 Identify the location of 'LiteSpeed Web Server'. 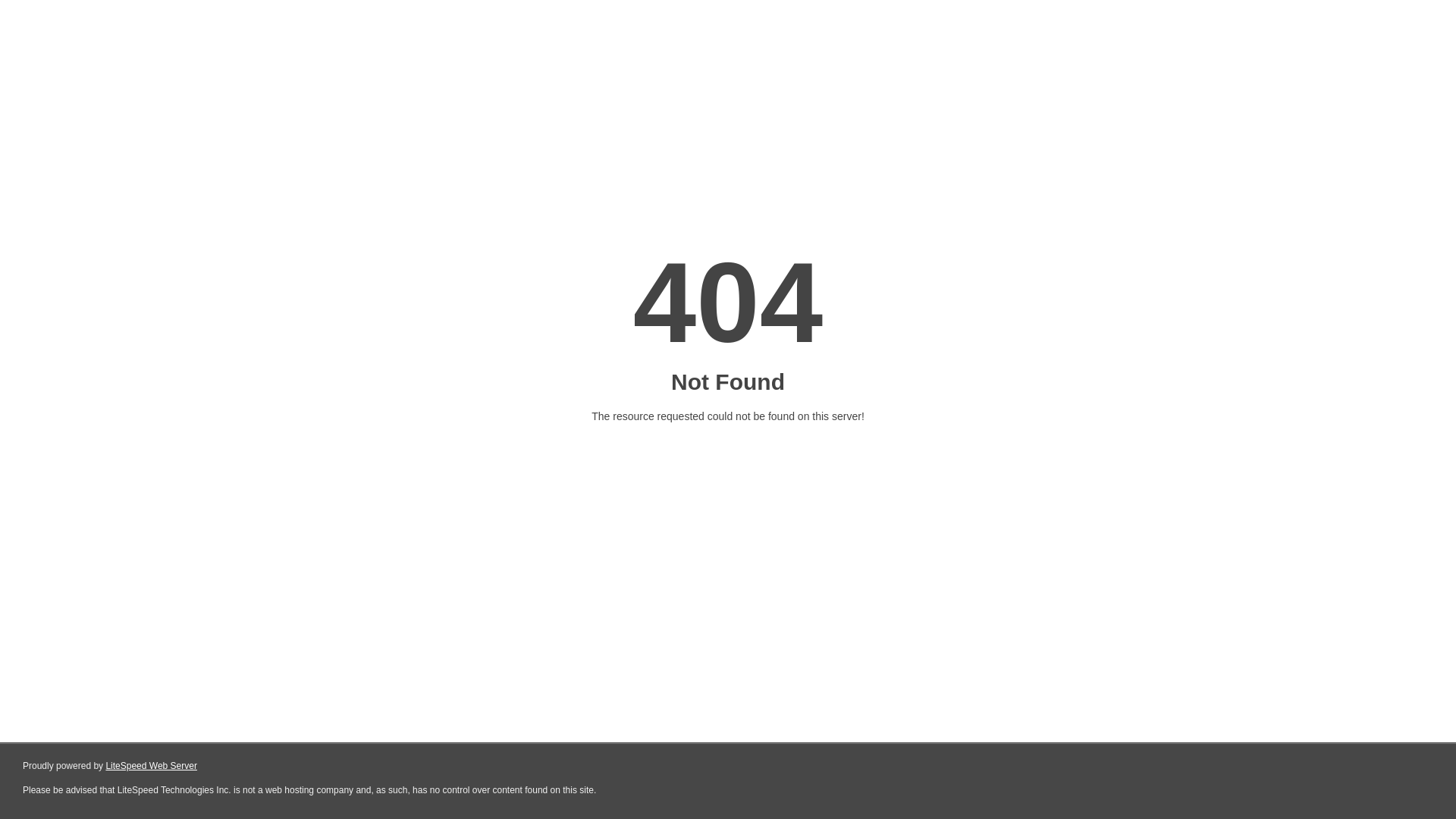
(151, 766).